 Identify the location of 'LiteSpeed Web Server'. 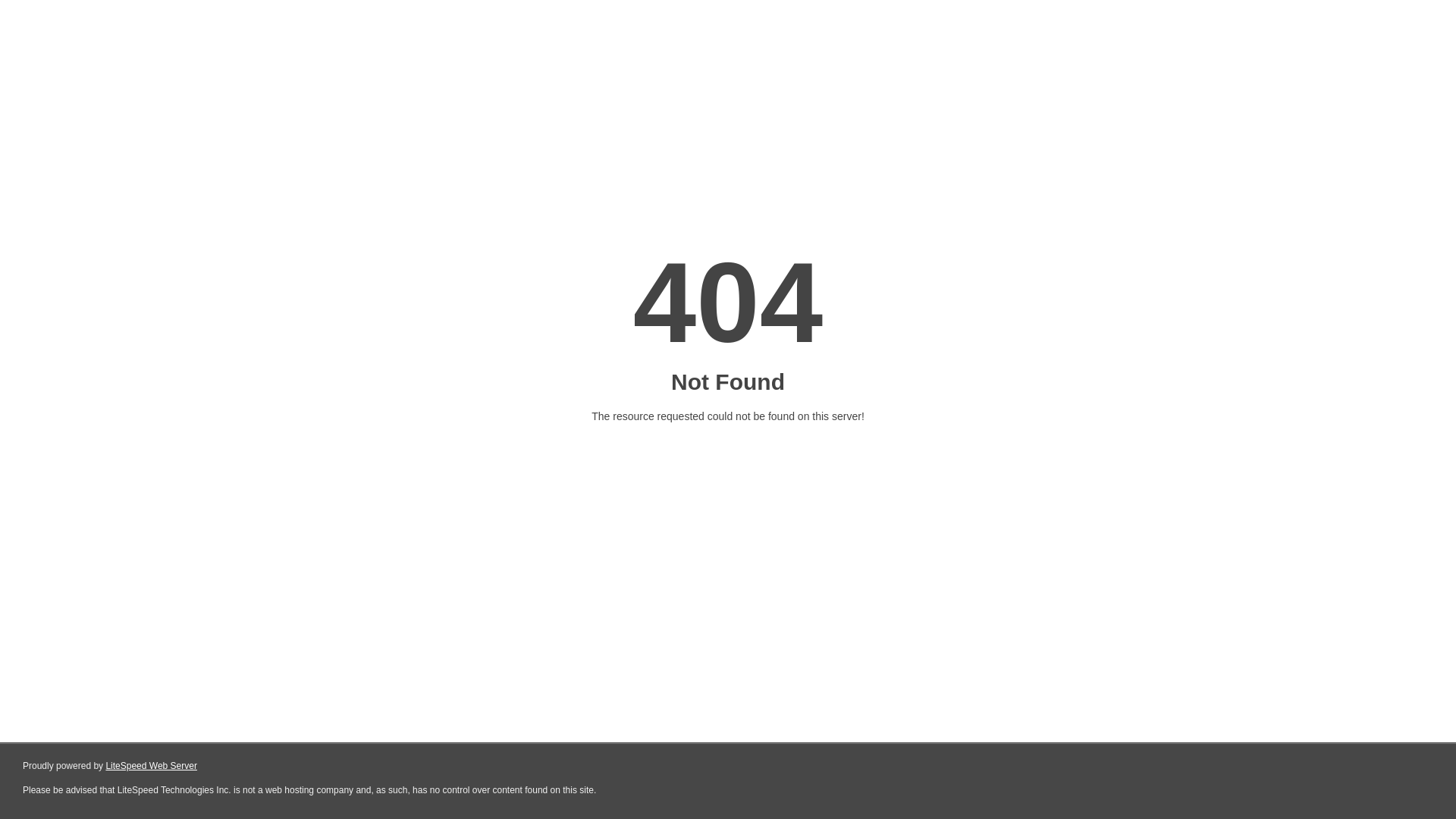
(151, 766).